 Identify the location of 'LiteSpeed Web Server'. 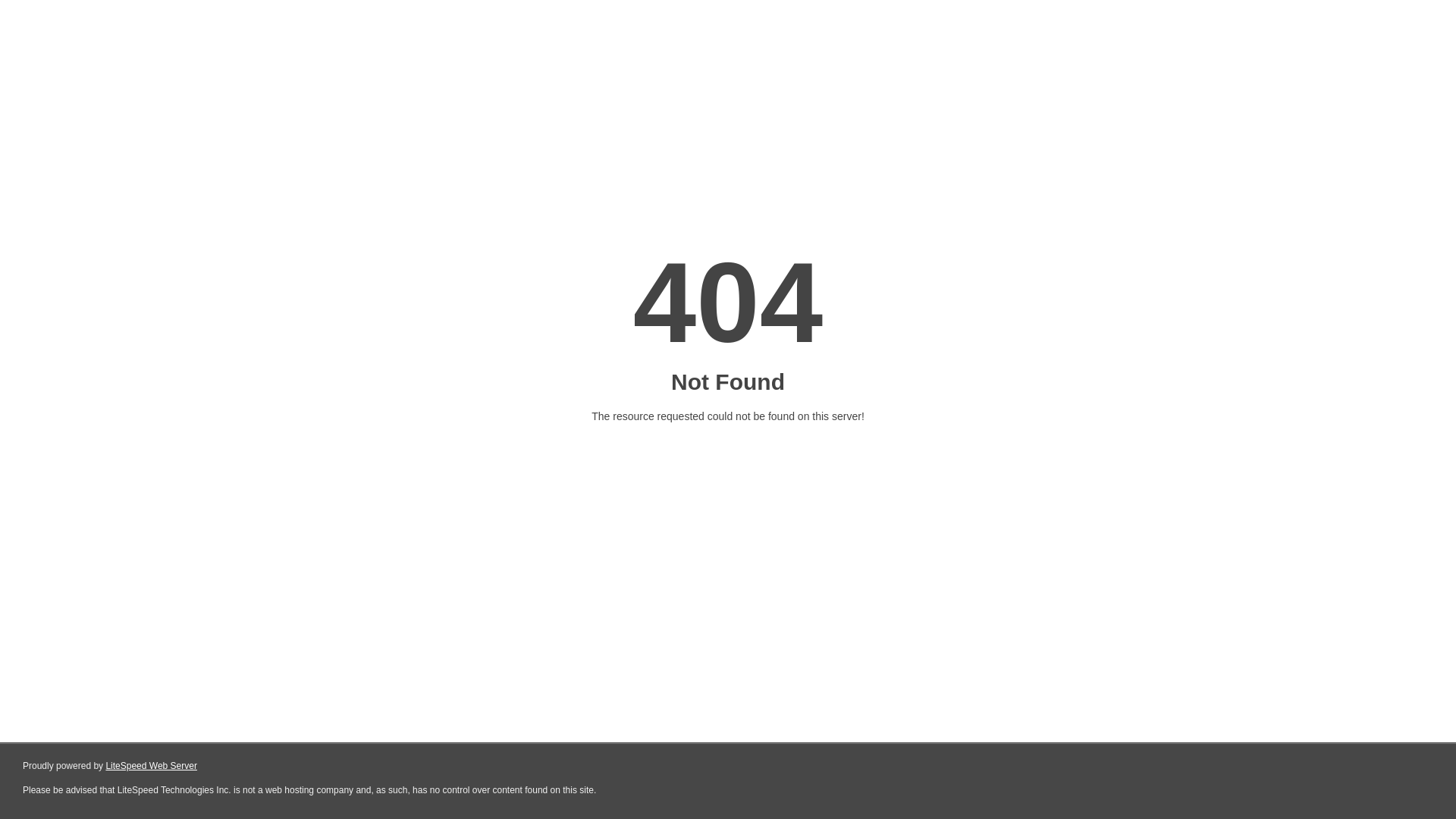
(151, 766).